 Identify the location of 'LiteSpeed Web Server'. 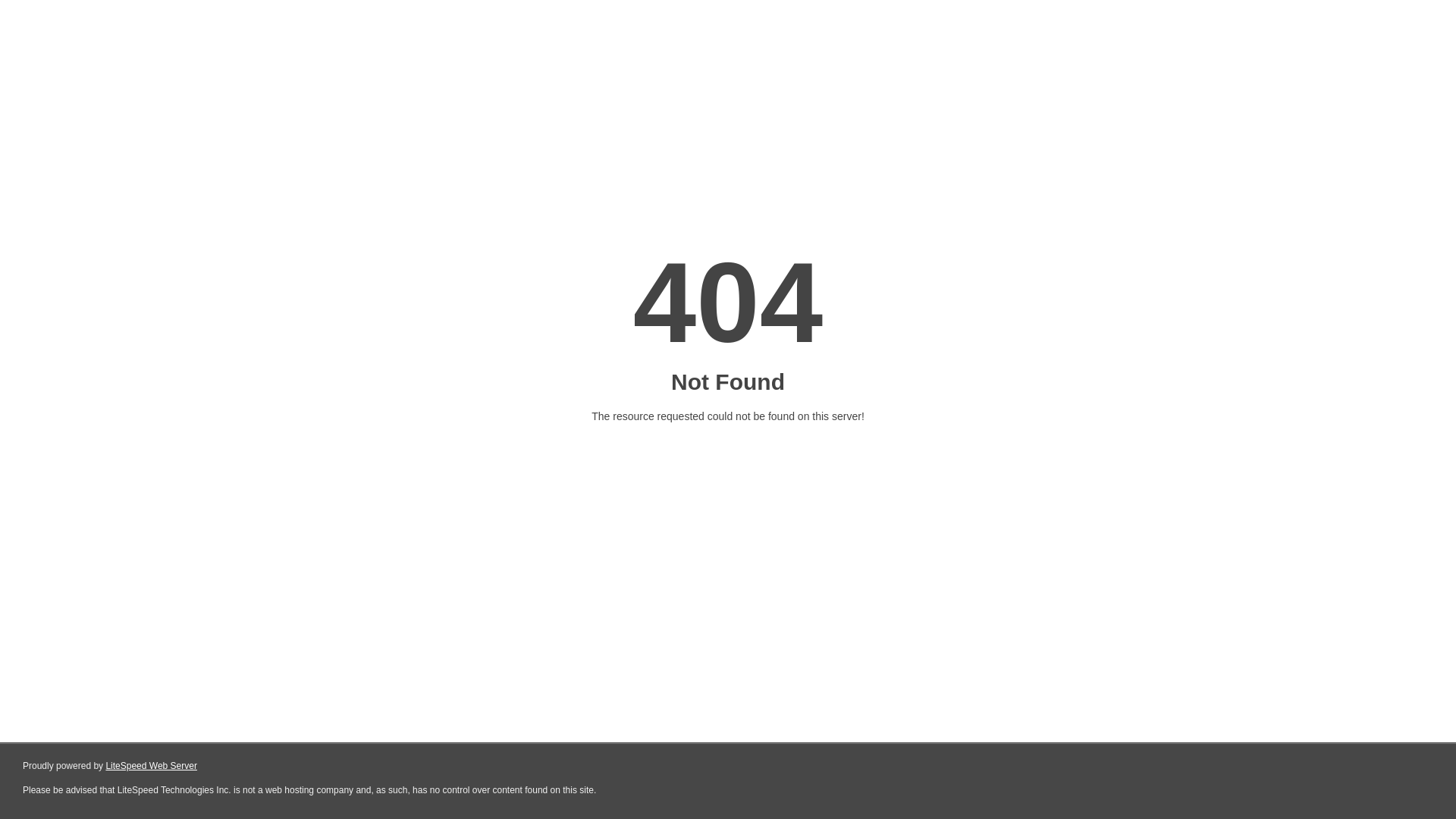
(151, 766).